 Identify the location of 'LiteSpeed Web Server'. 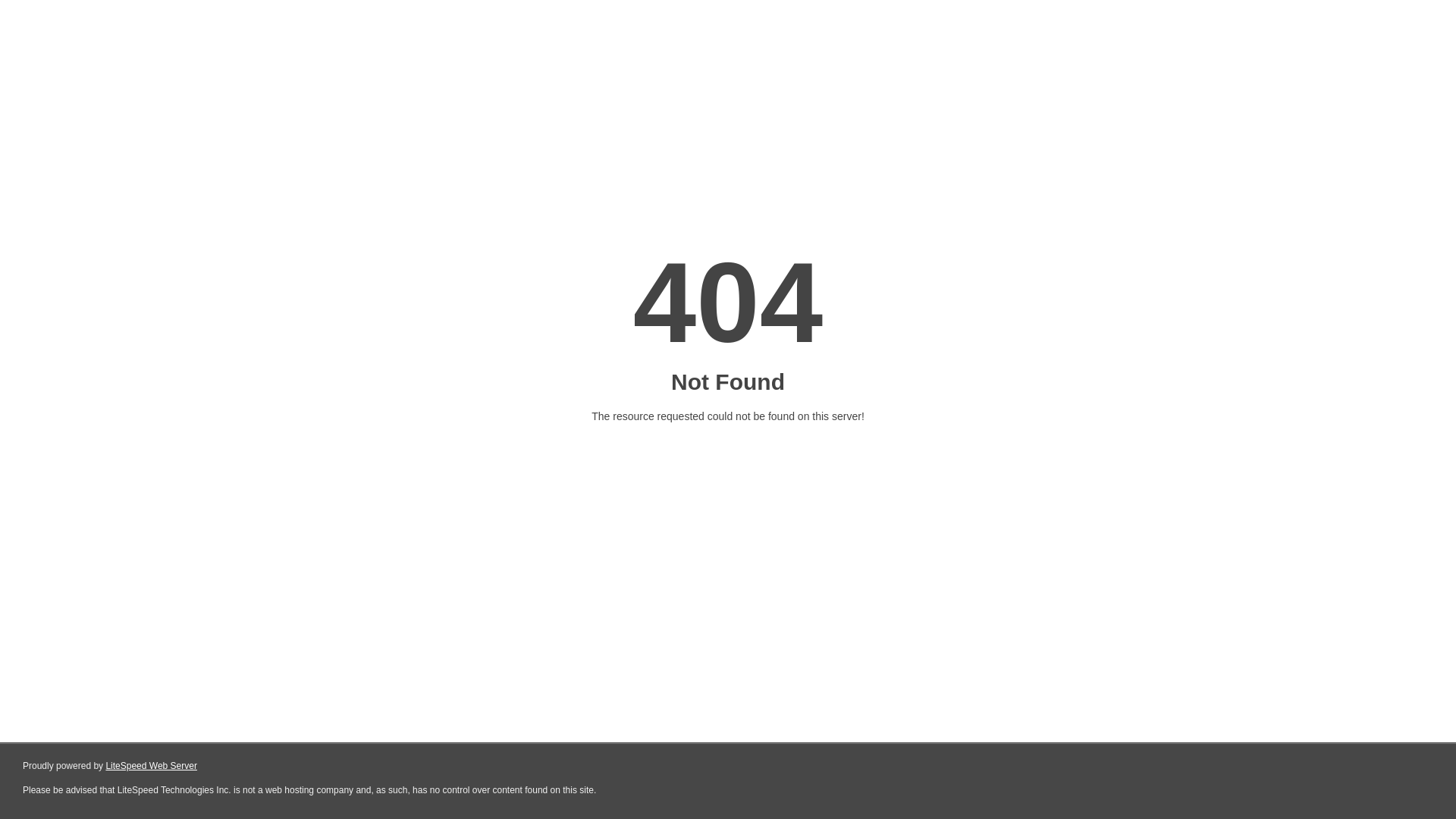
(151, 766).